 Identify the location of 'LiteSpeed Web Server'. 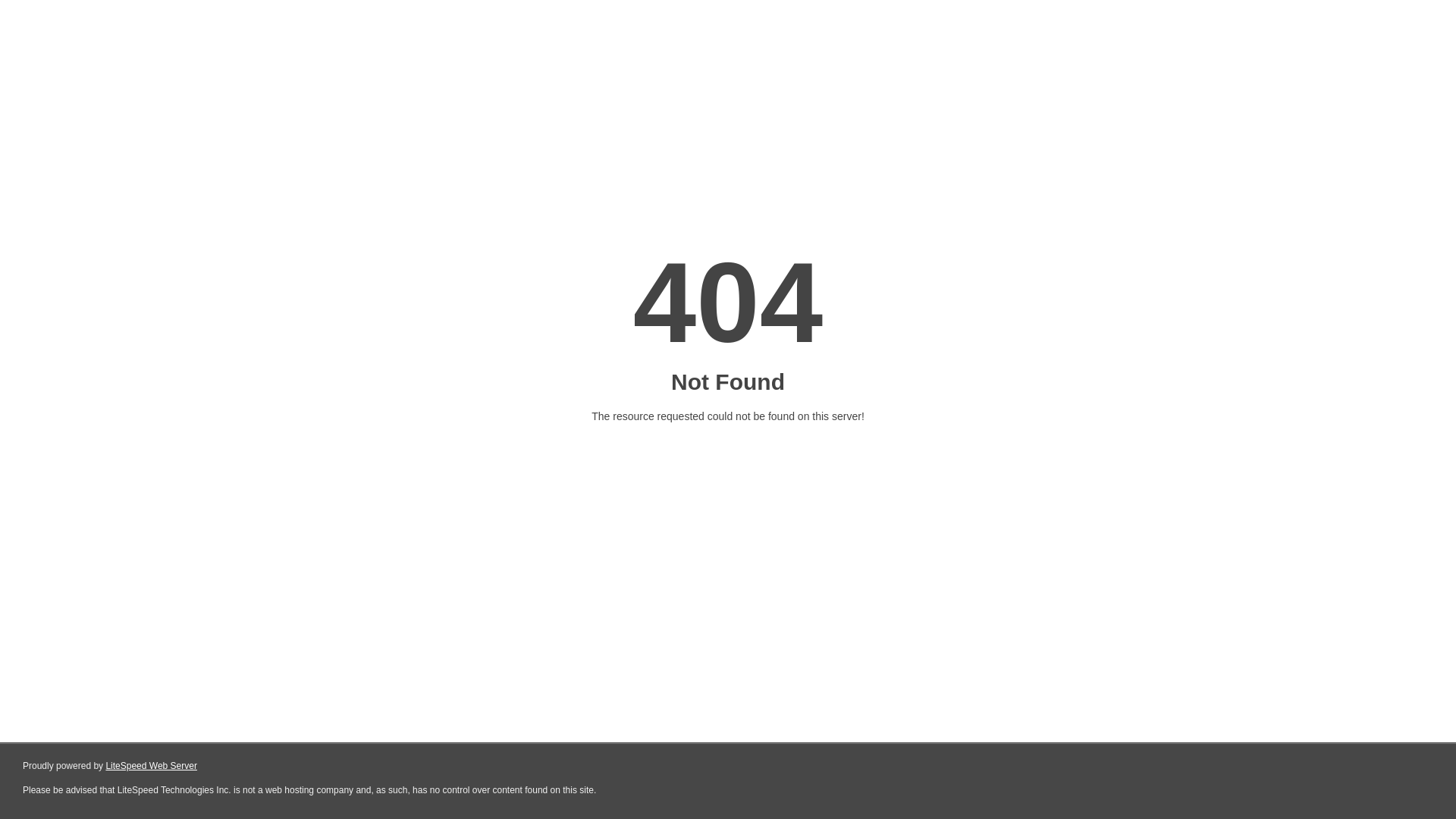
(151, 766).